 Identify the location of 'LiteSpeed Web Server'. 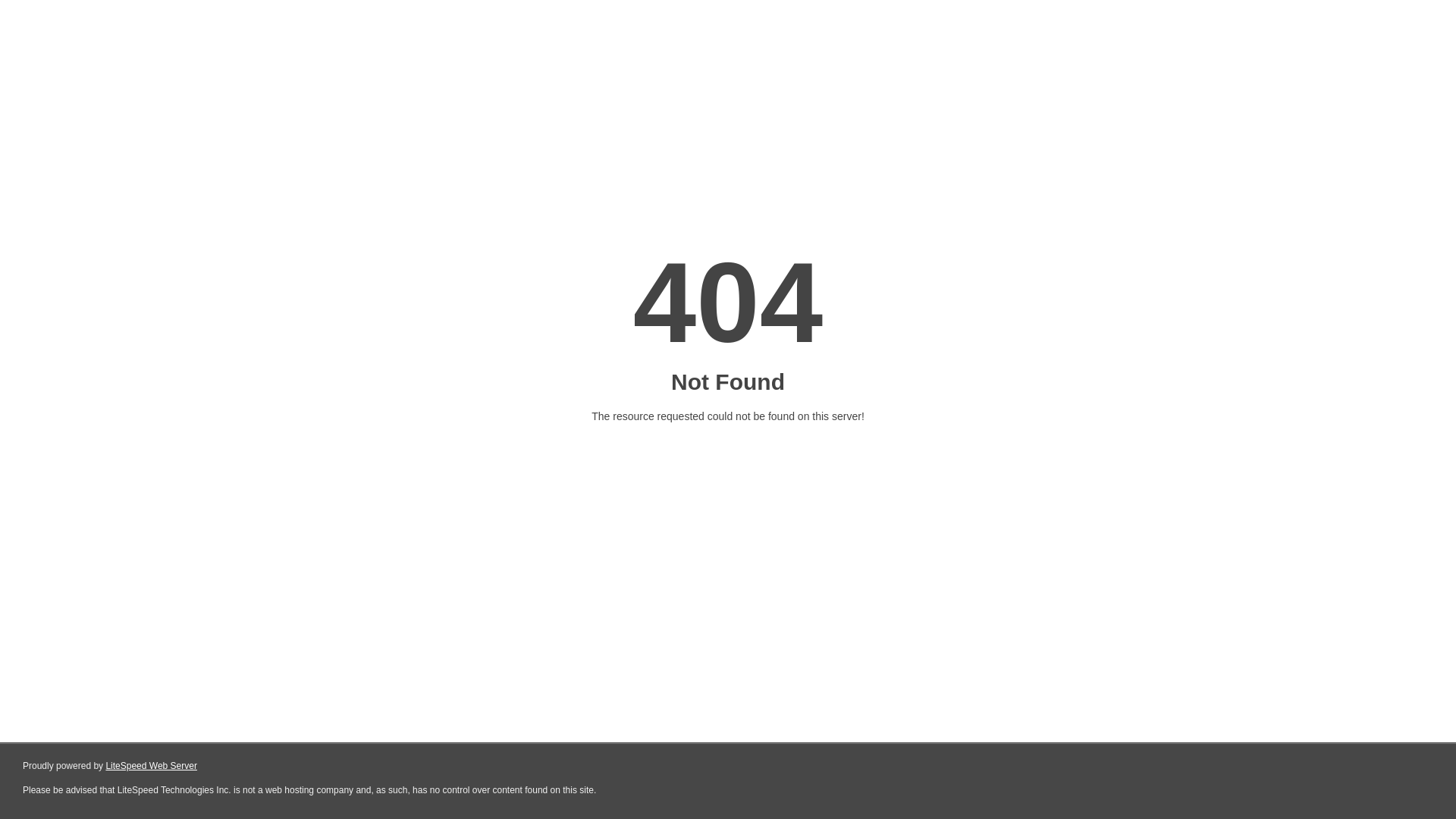
(151, 766).